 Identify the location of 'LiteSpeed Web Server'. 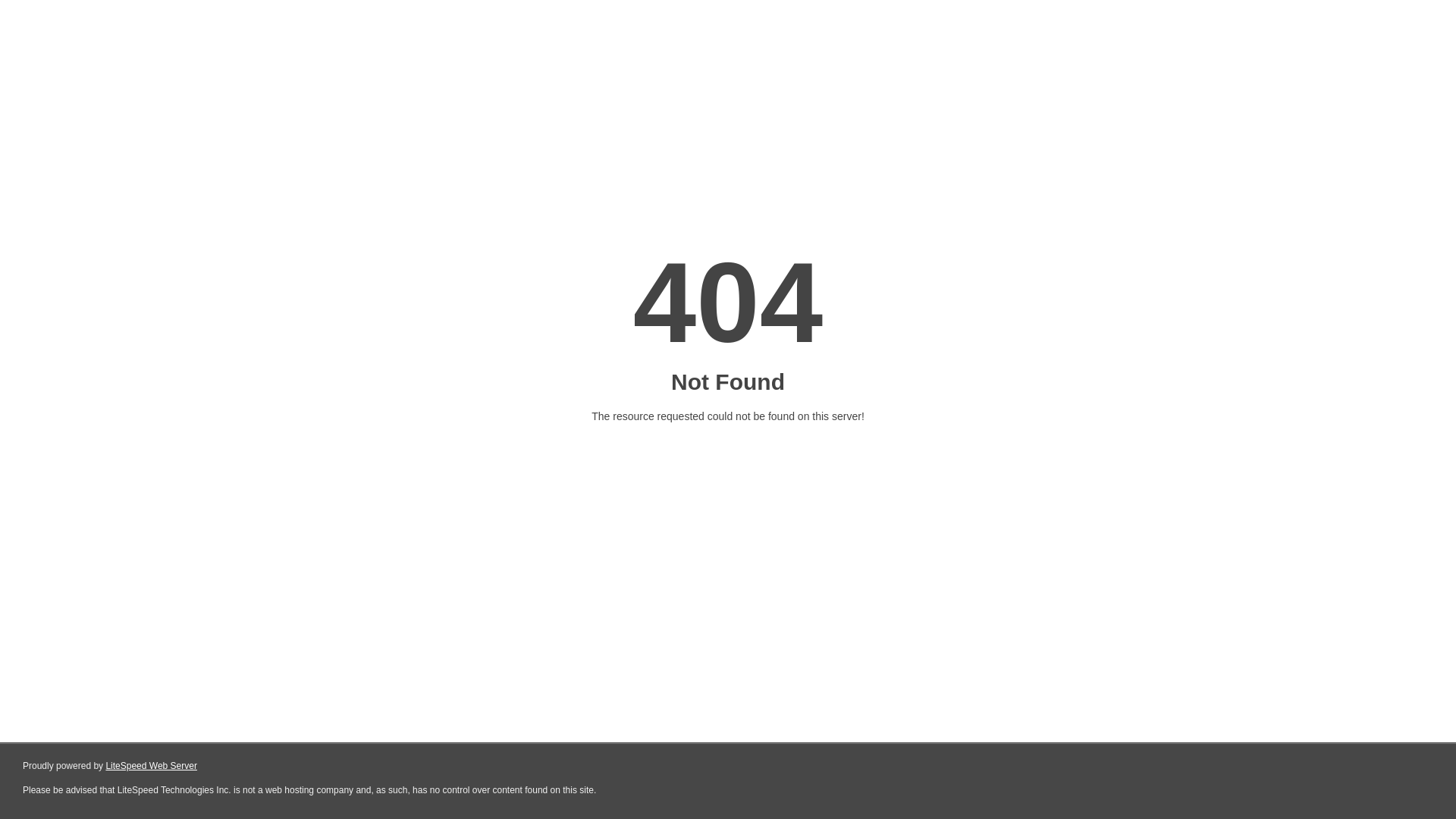
(151, 766).